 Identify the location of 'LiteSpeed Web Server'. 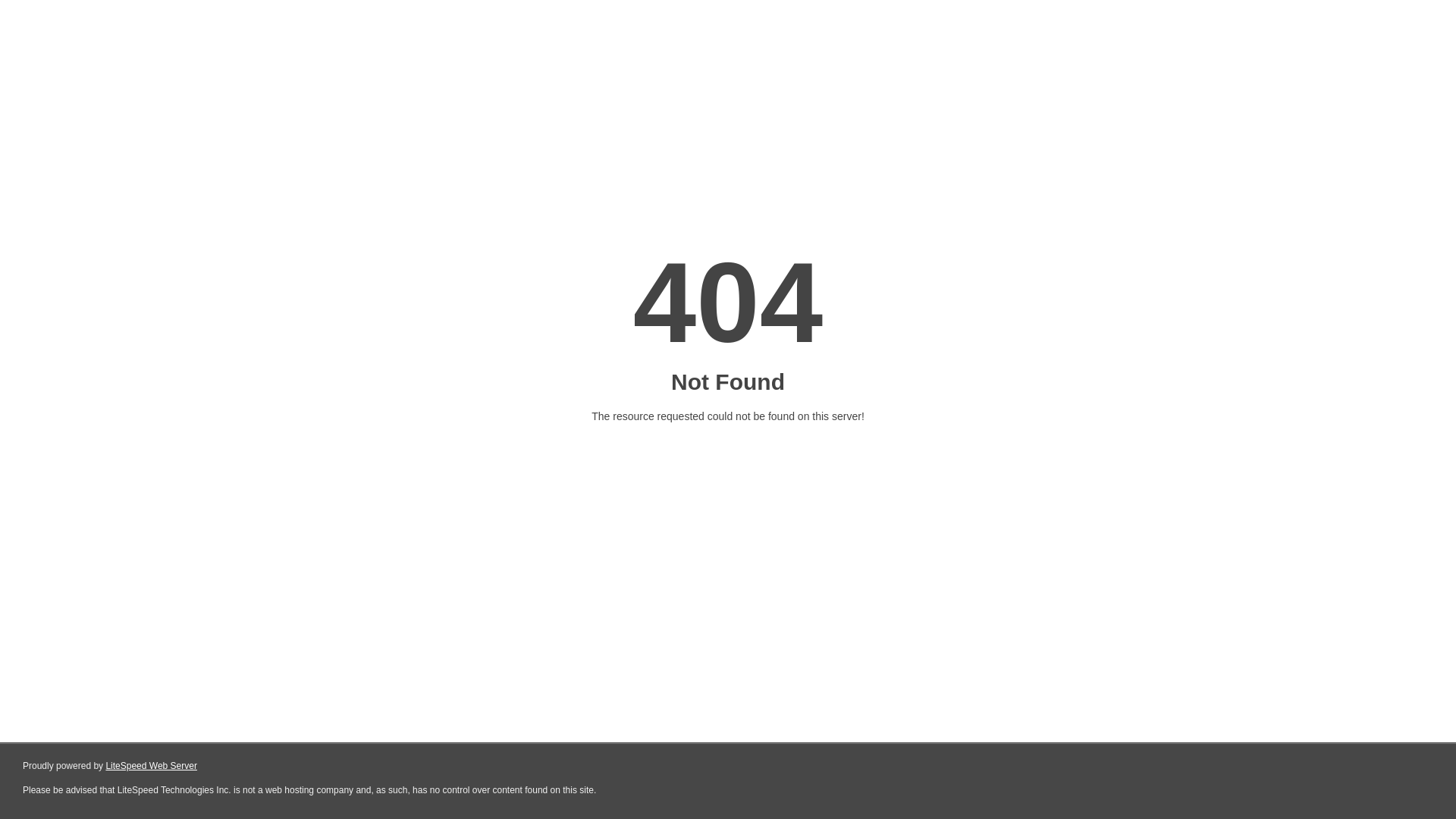
(151, 766).